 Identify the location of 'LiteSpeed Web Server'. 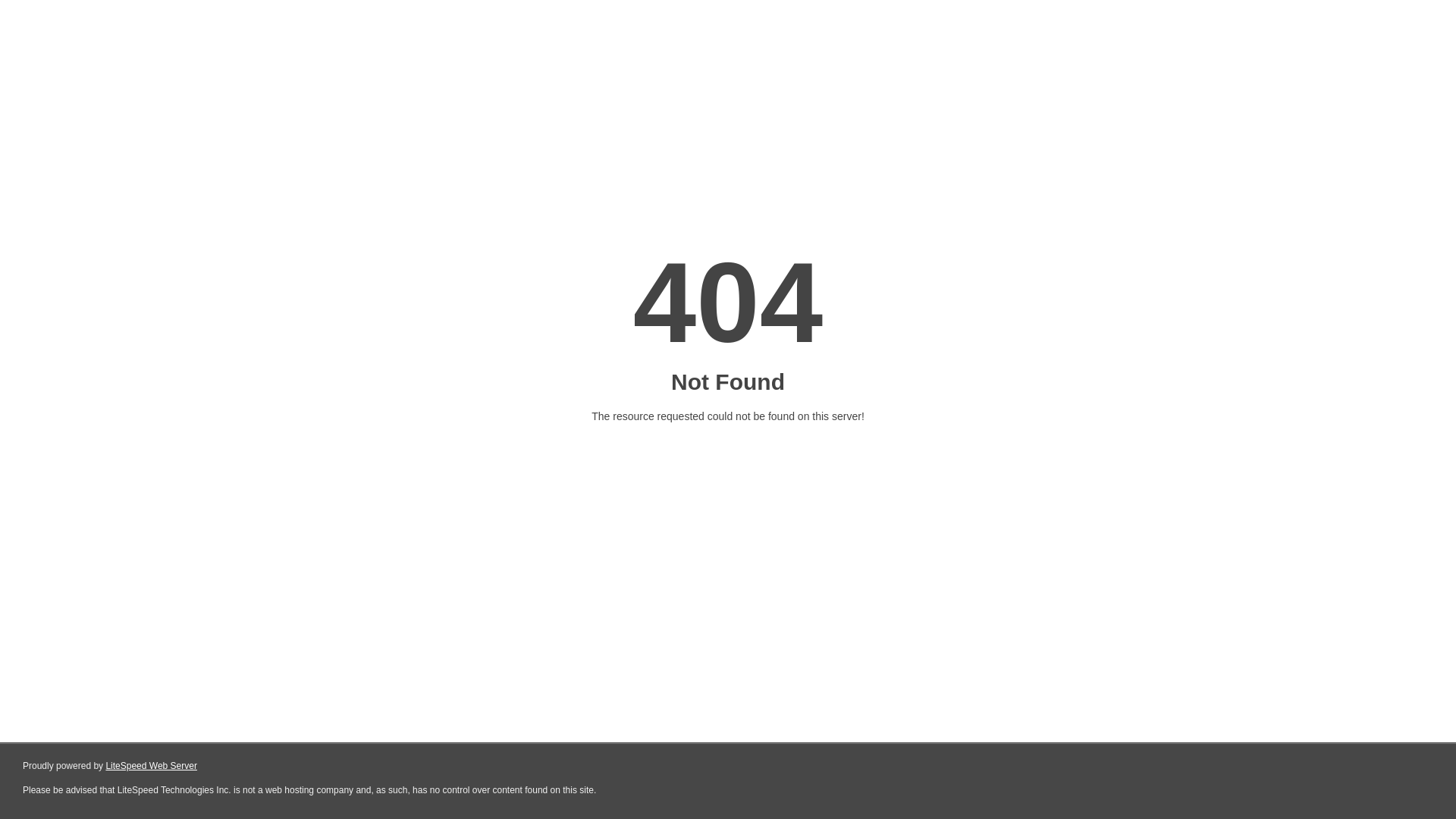
(151, 766).